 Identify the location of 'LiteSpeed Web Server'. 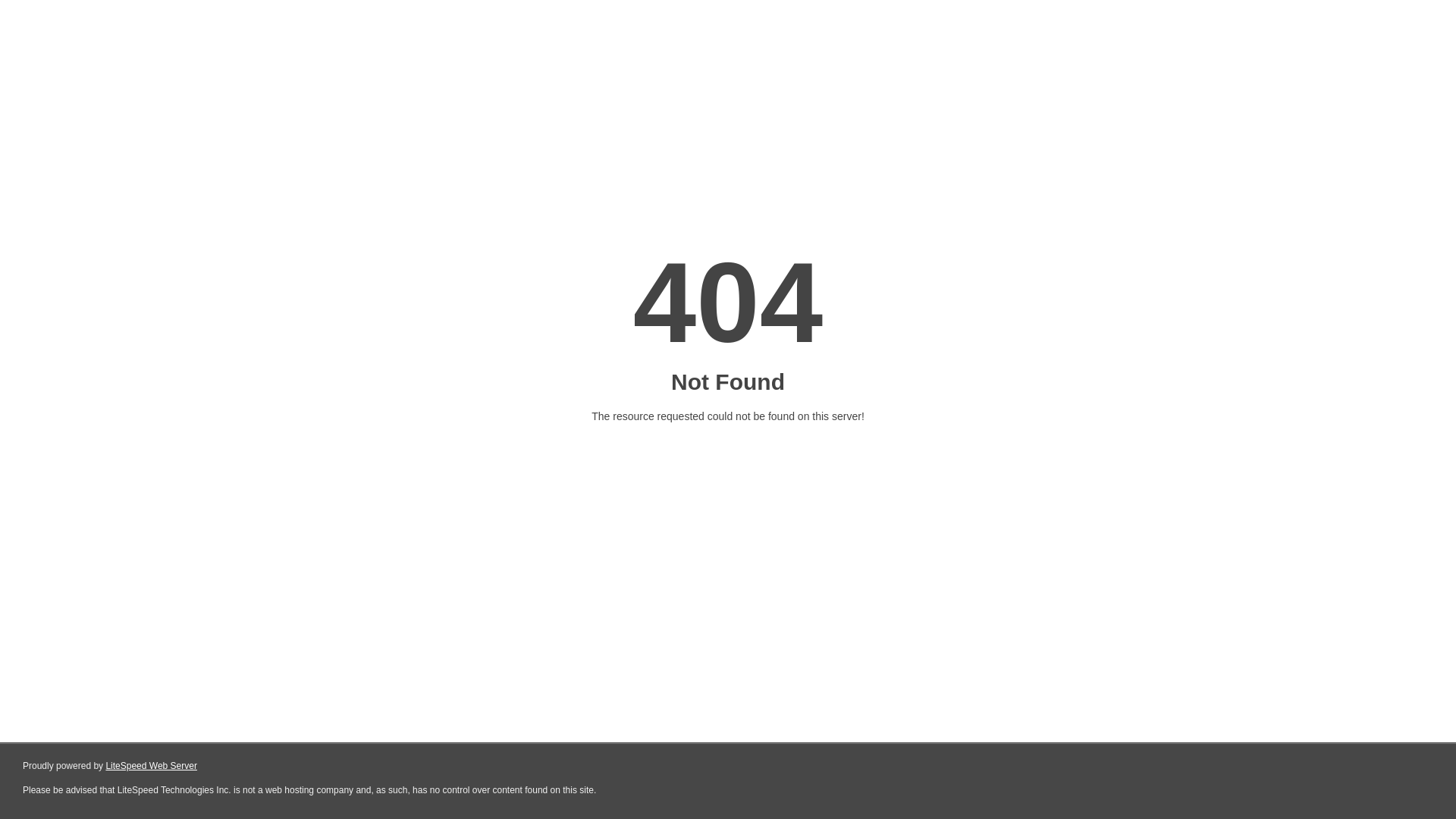
(151, 766).